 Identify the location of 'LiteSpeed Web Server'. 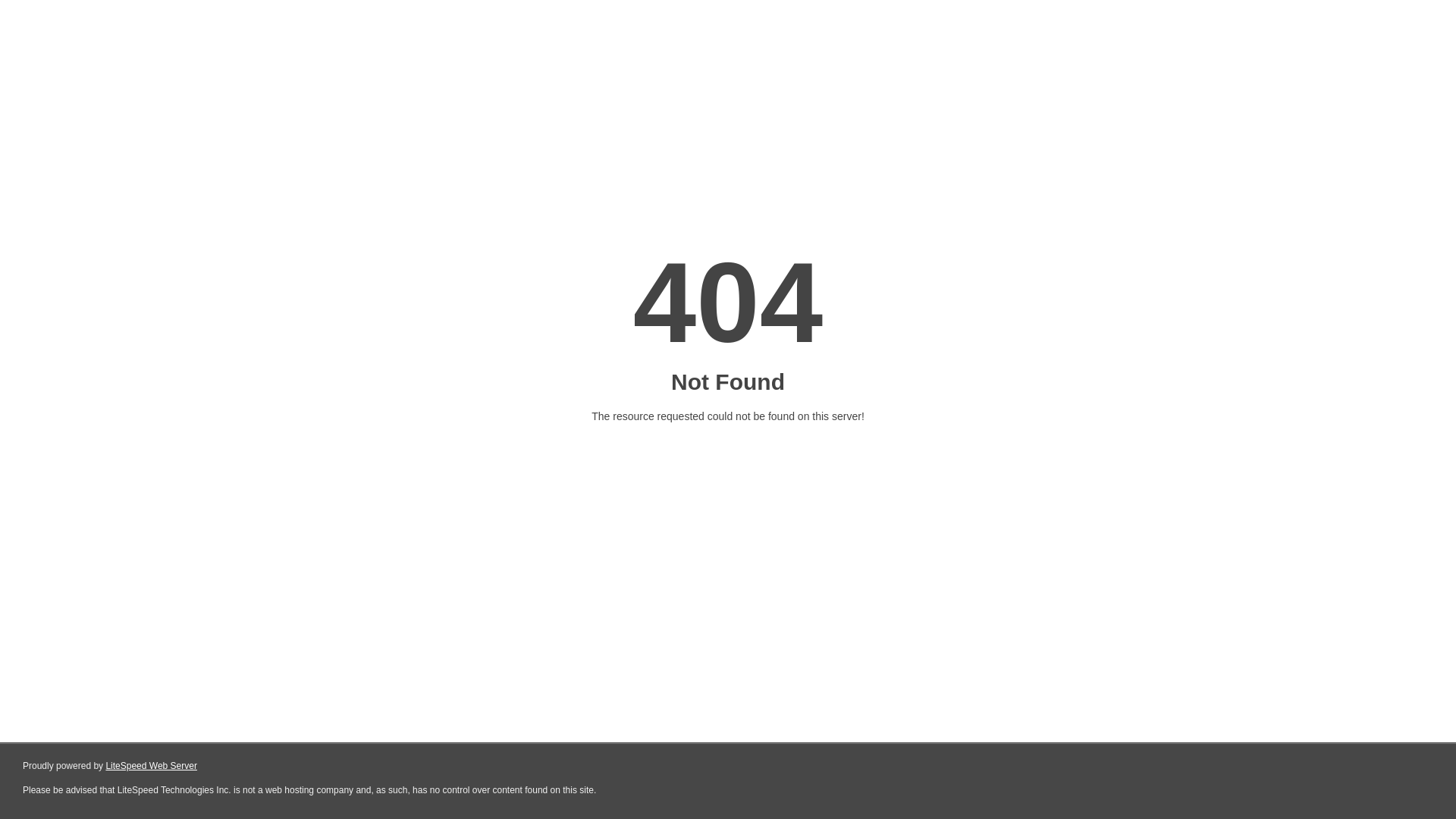
(151, 766).